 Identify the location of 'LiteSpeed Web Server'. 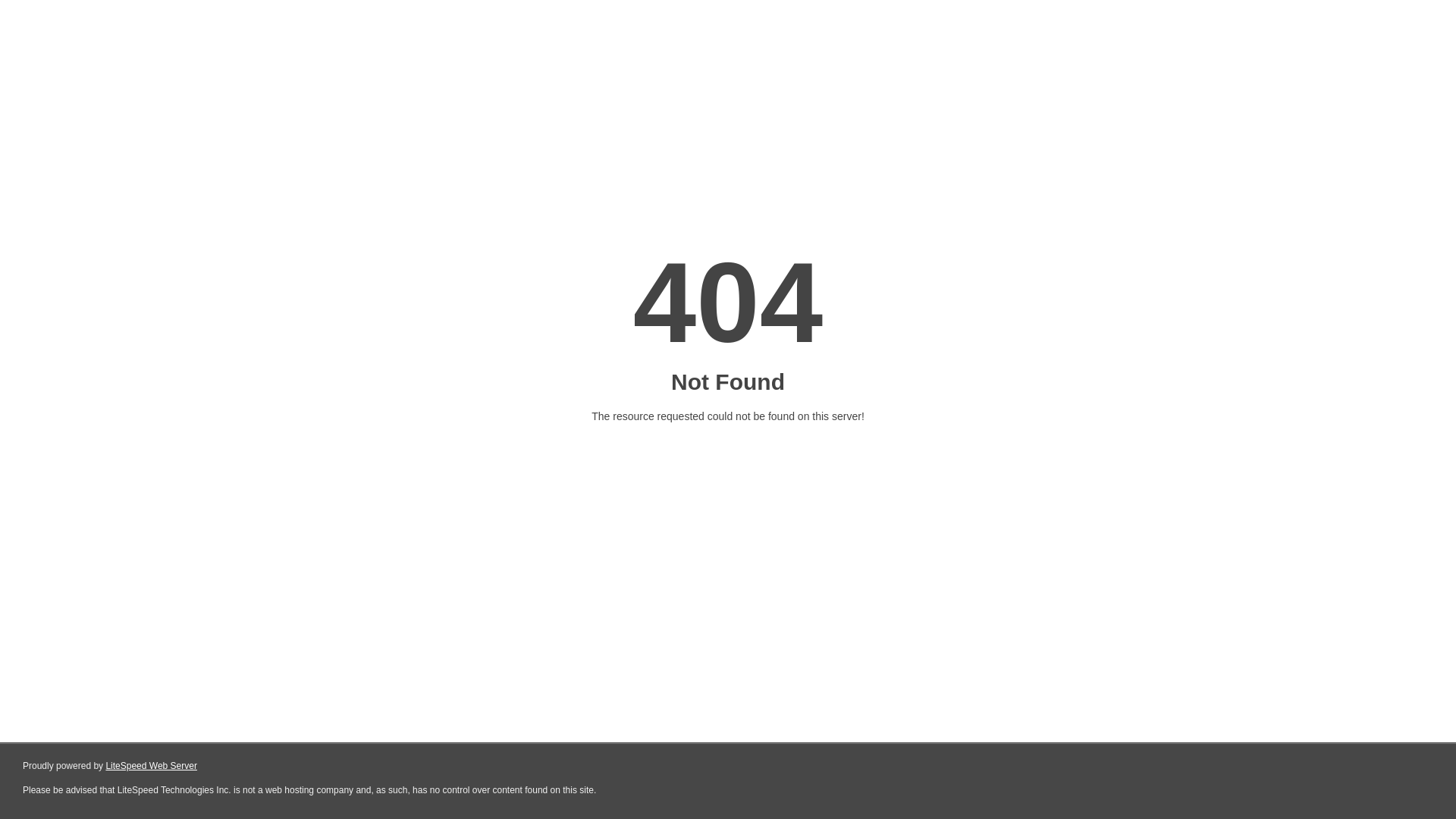
(151, 766).